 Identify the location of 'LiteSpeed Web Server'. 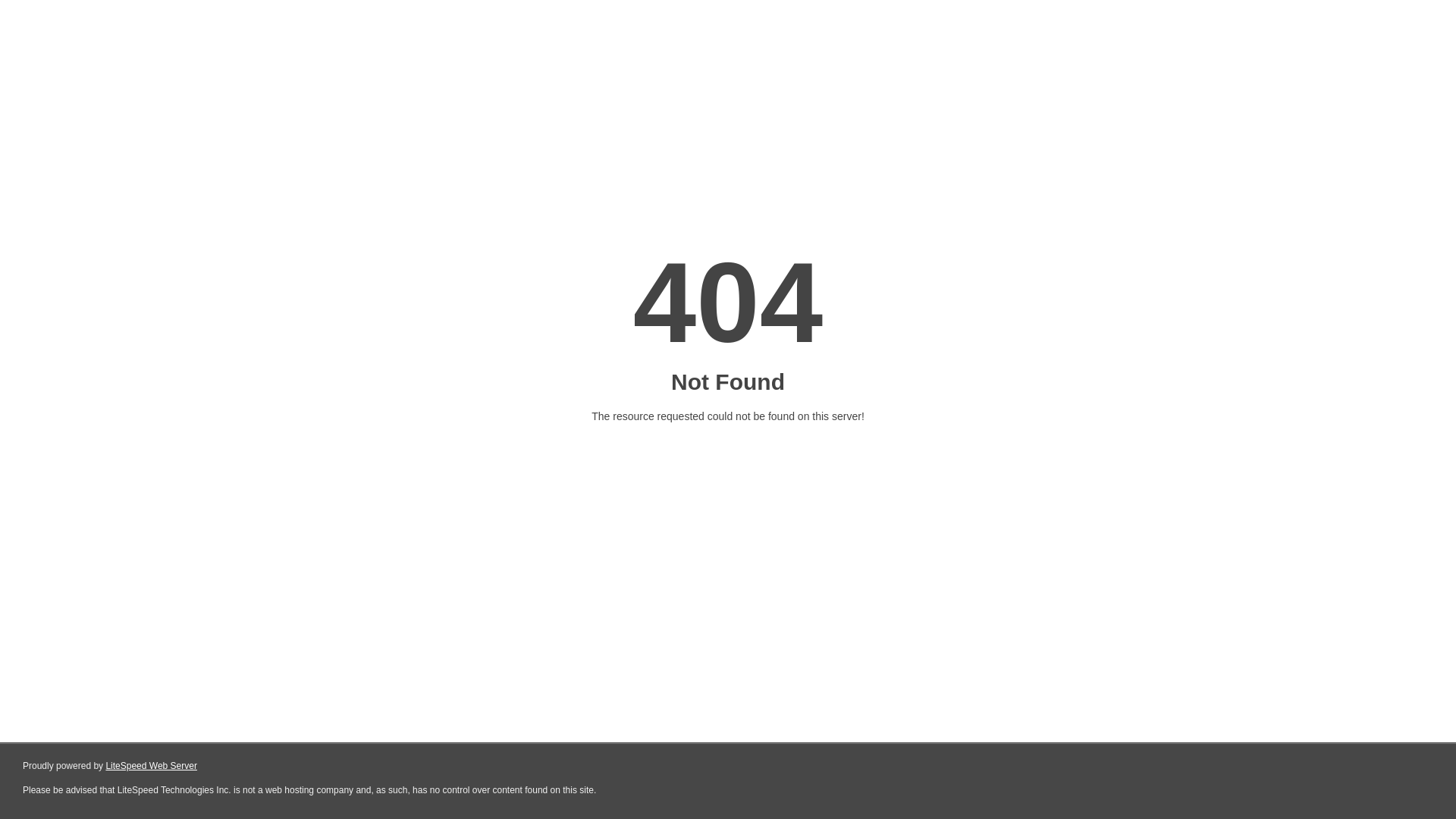
(151, 766).